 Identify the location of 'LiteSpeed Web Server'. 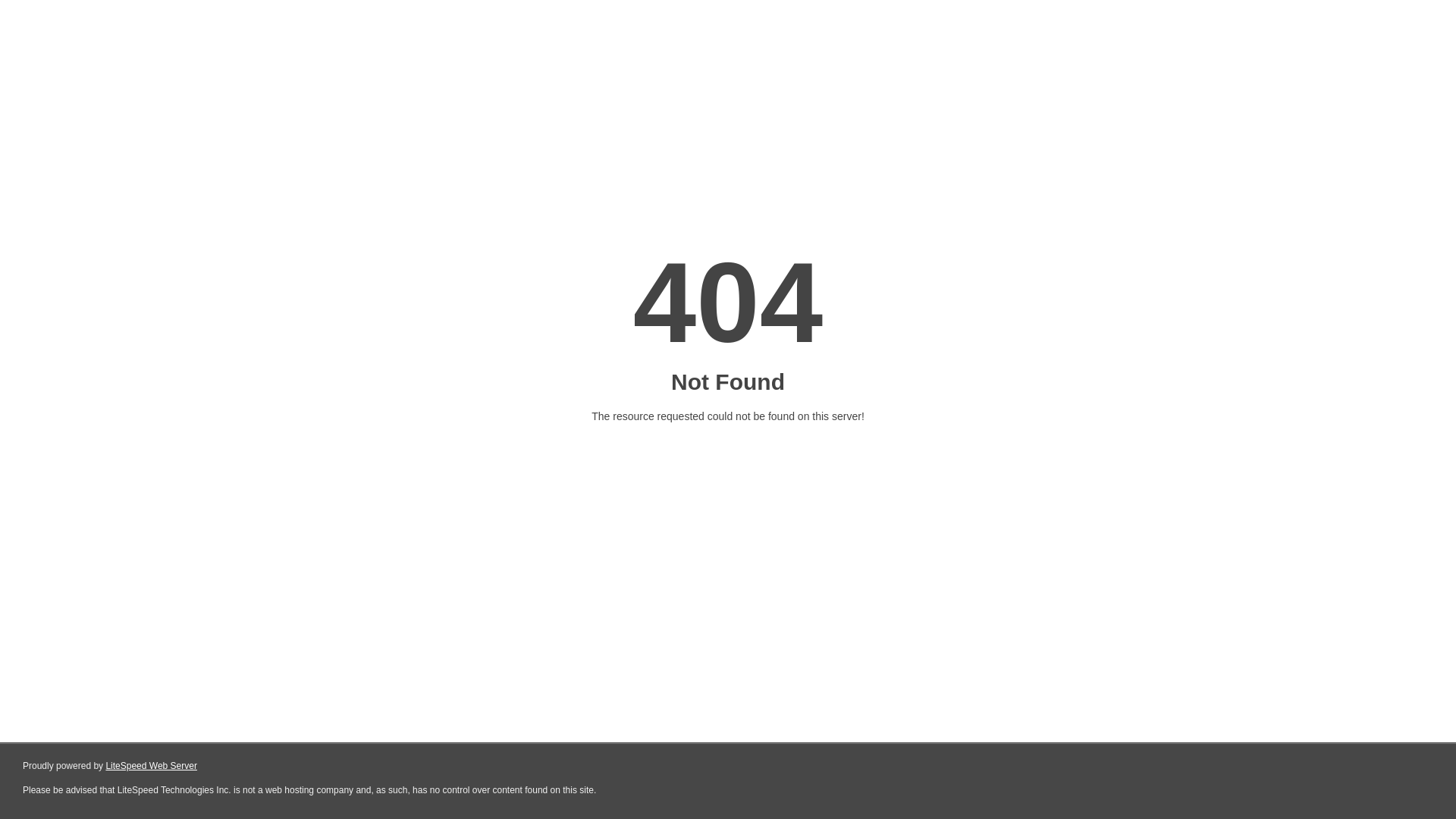
(151, 766).